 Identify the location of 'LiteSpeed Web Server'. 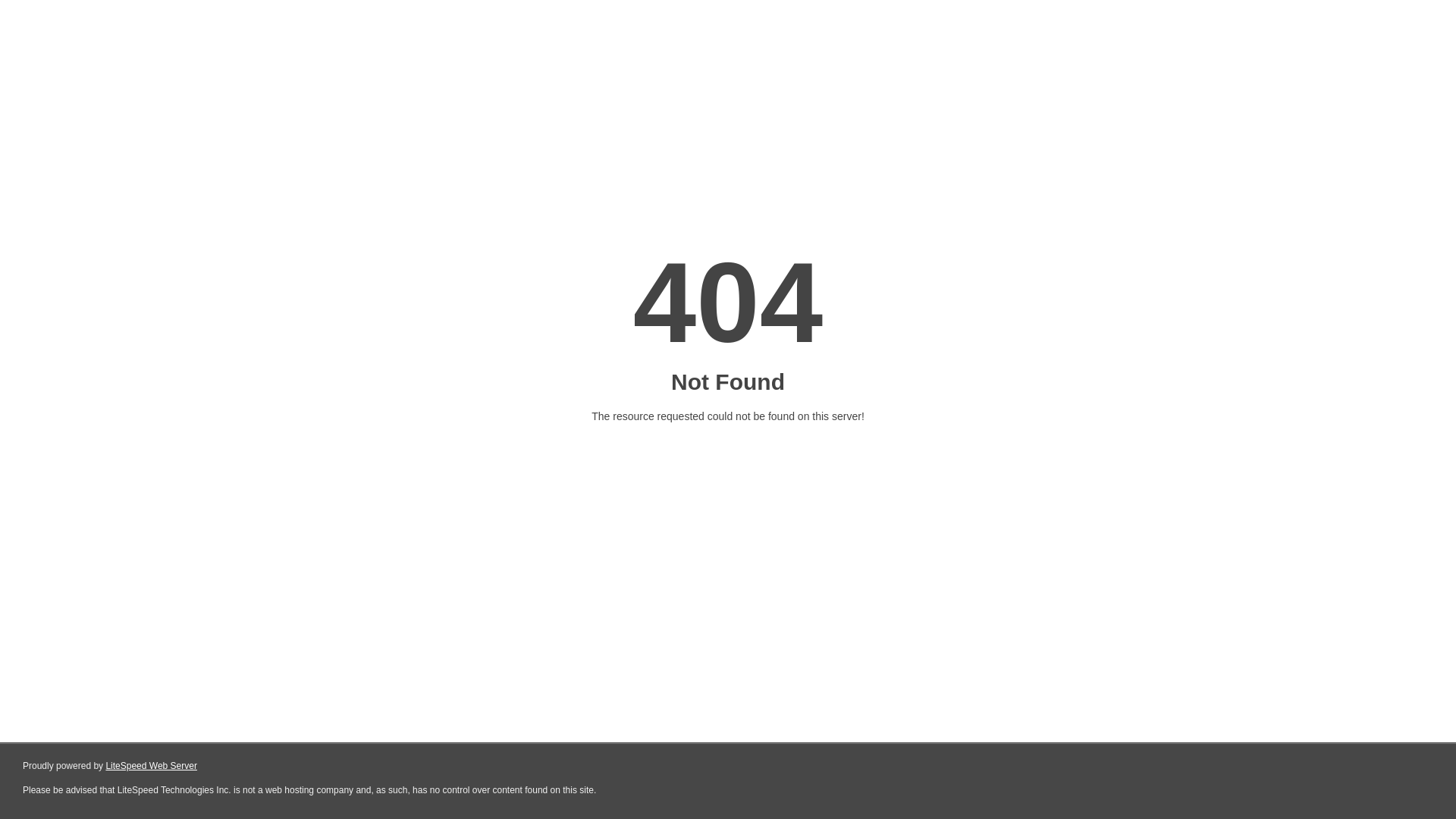
(151, 766).